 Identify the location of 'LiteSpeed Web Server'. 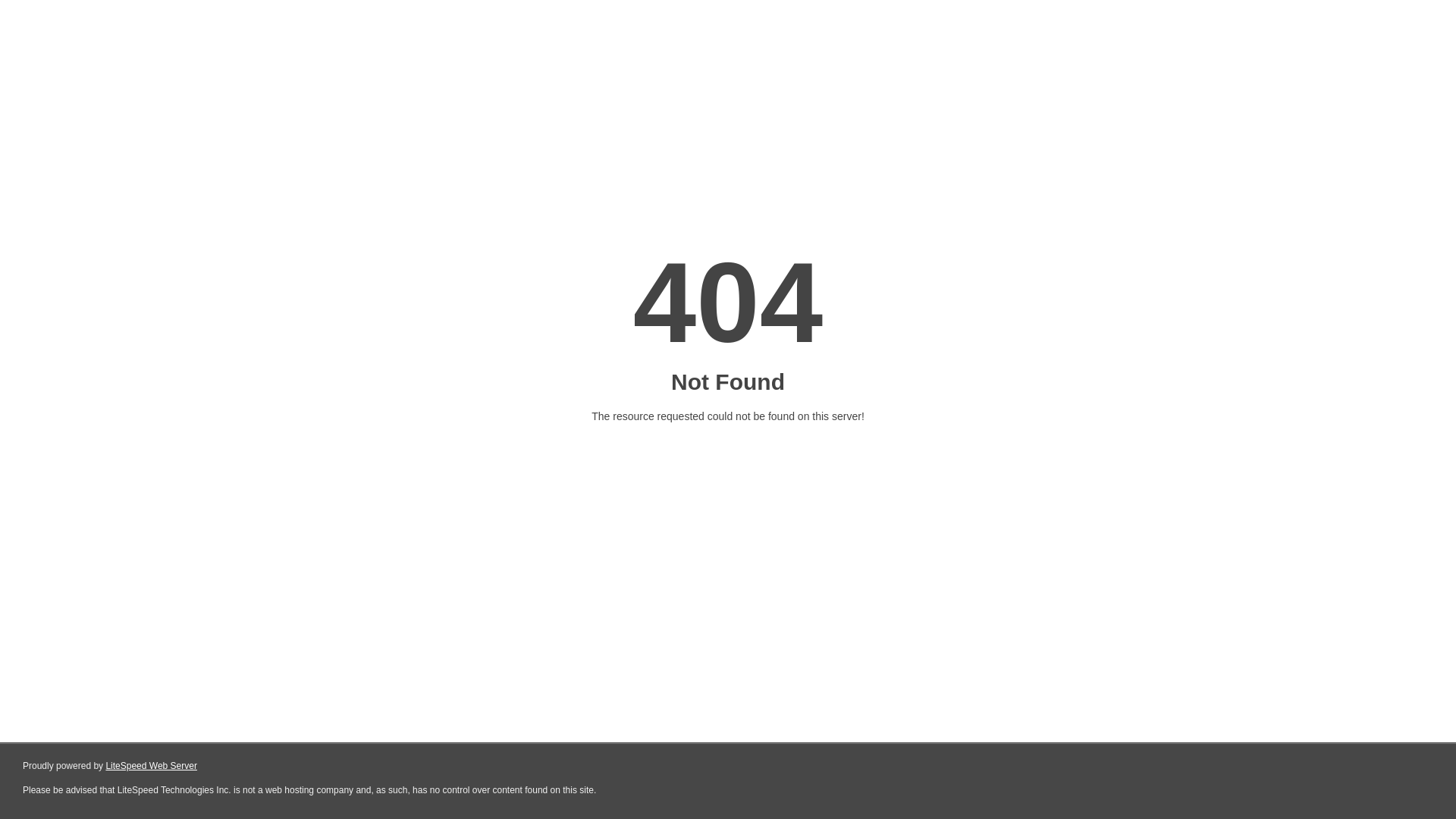
(151, 766).